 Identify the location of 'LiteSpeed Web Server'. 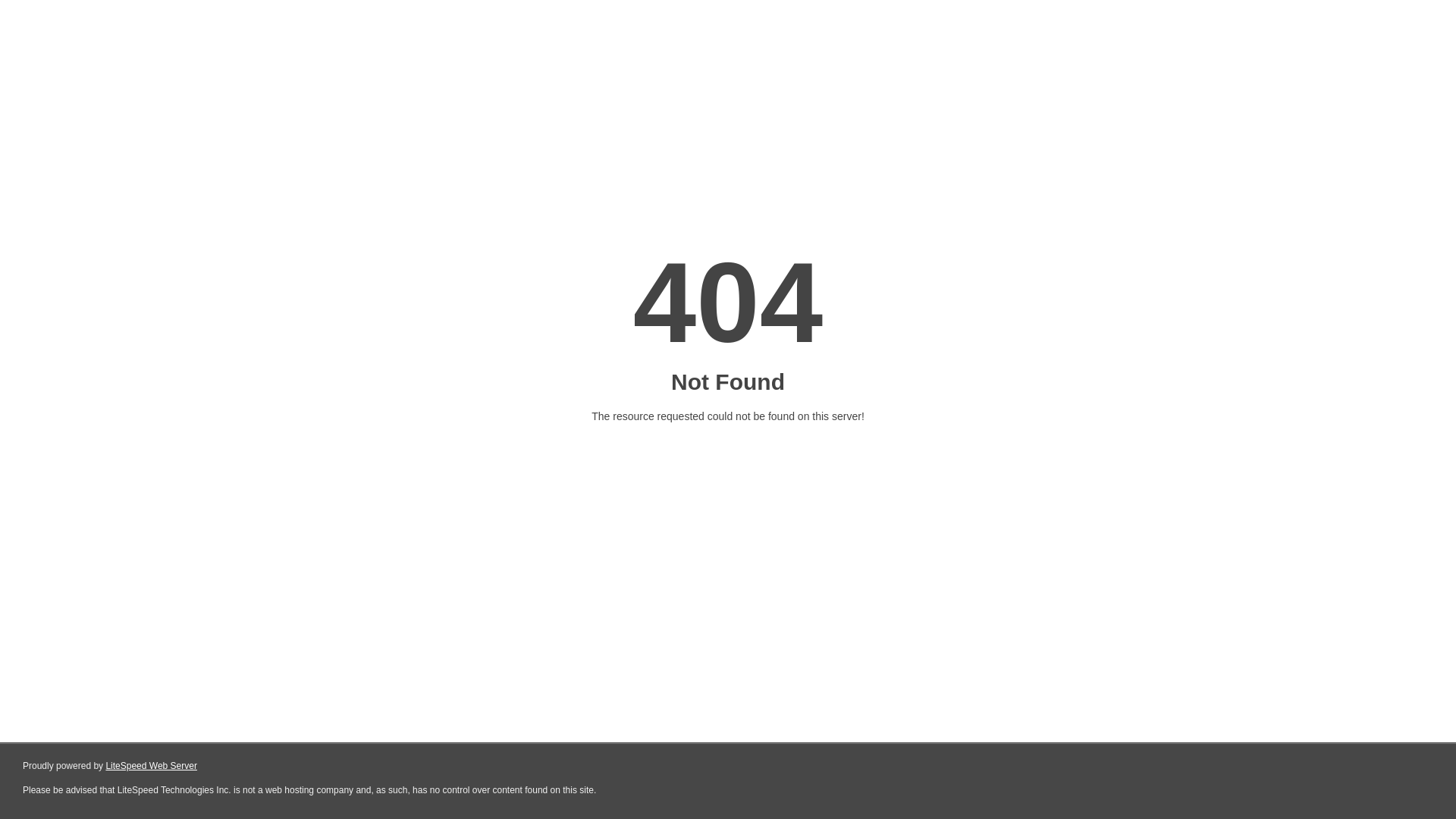
(151, 766).